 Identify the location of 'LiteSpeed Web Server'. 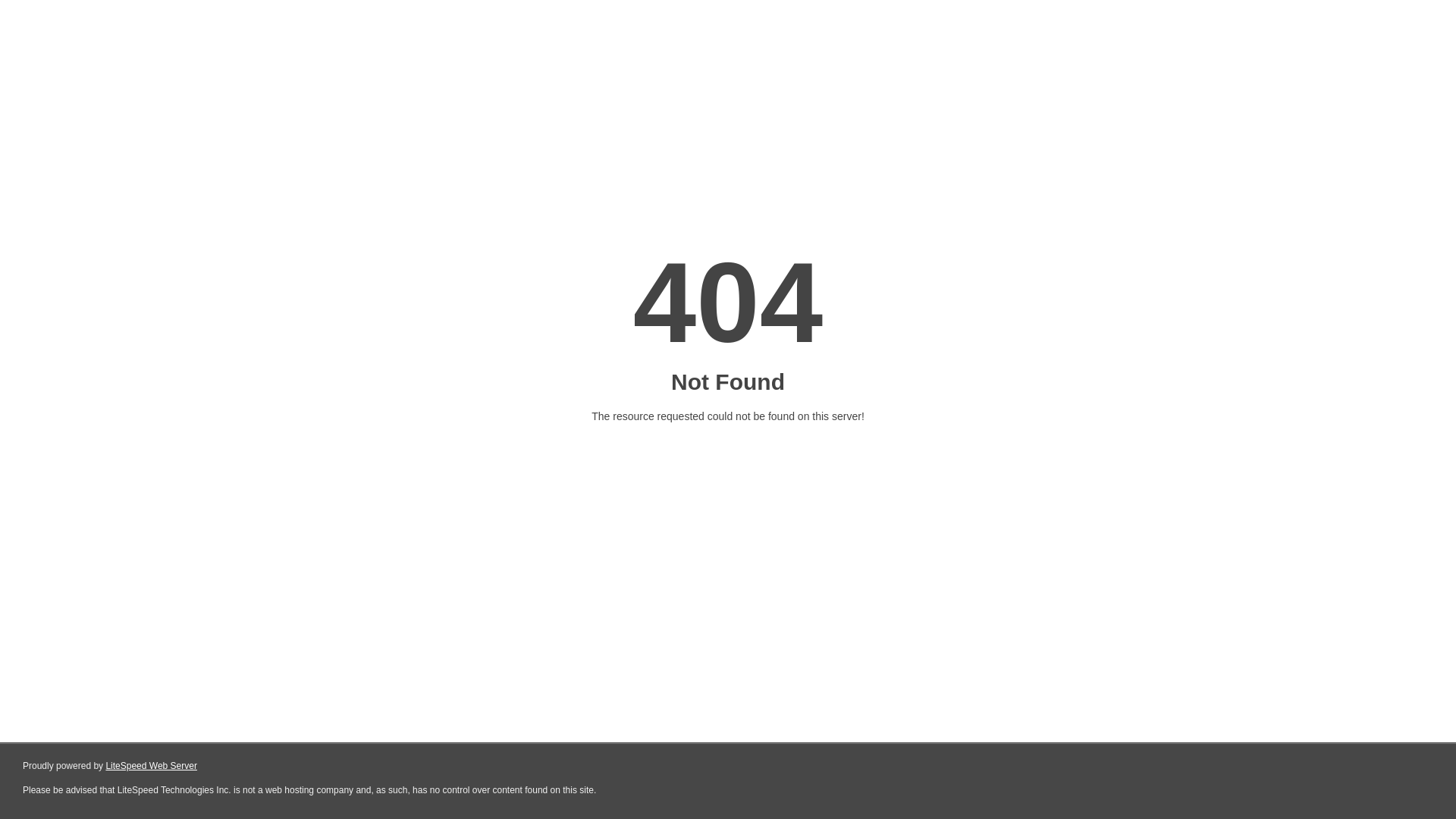
(151, 766).